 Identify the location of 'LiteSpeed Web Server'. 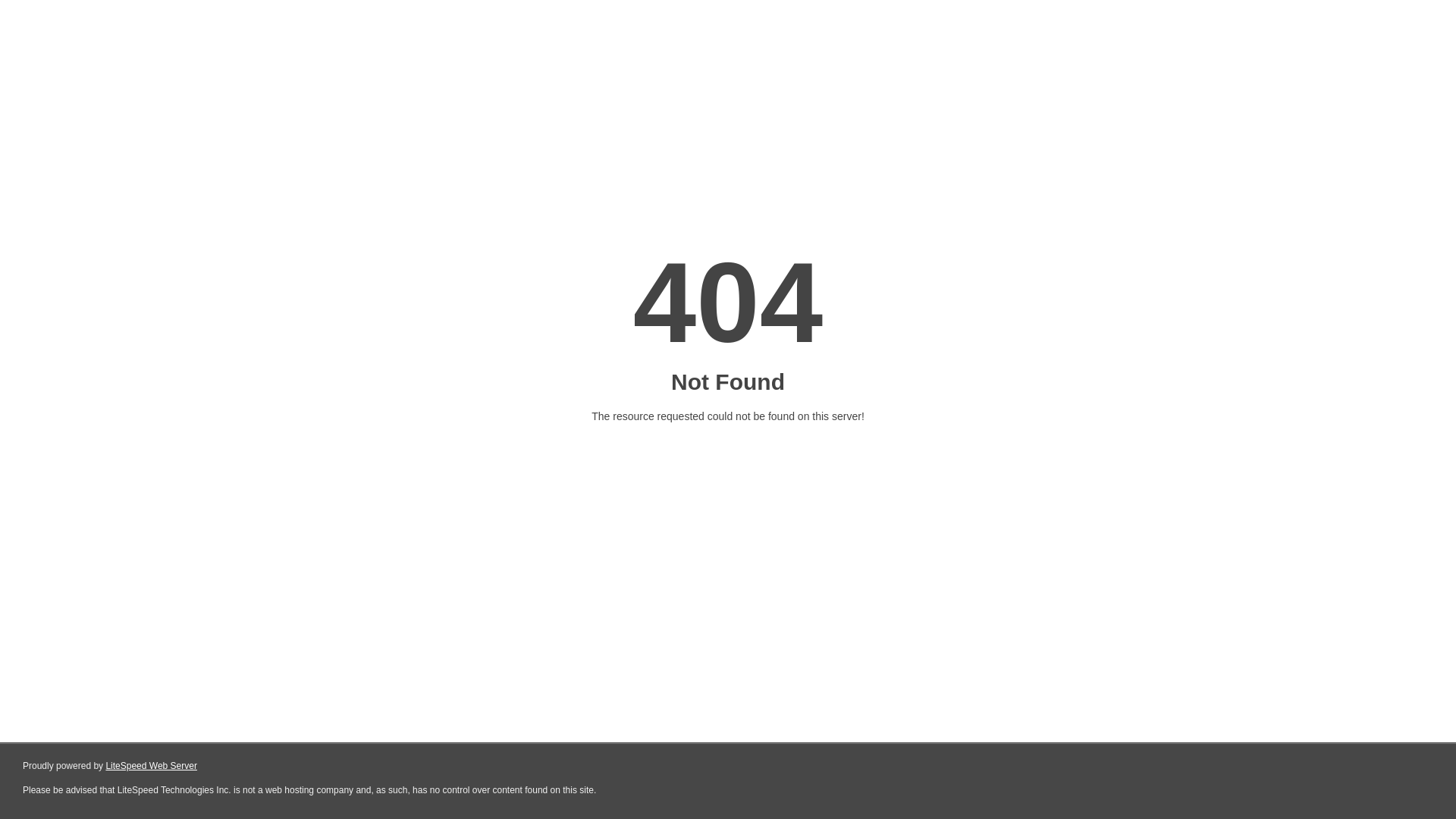
(151, 766).